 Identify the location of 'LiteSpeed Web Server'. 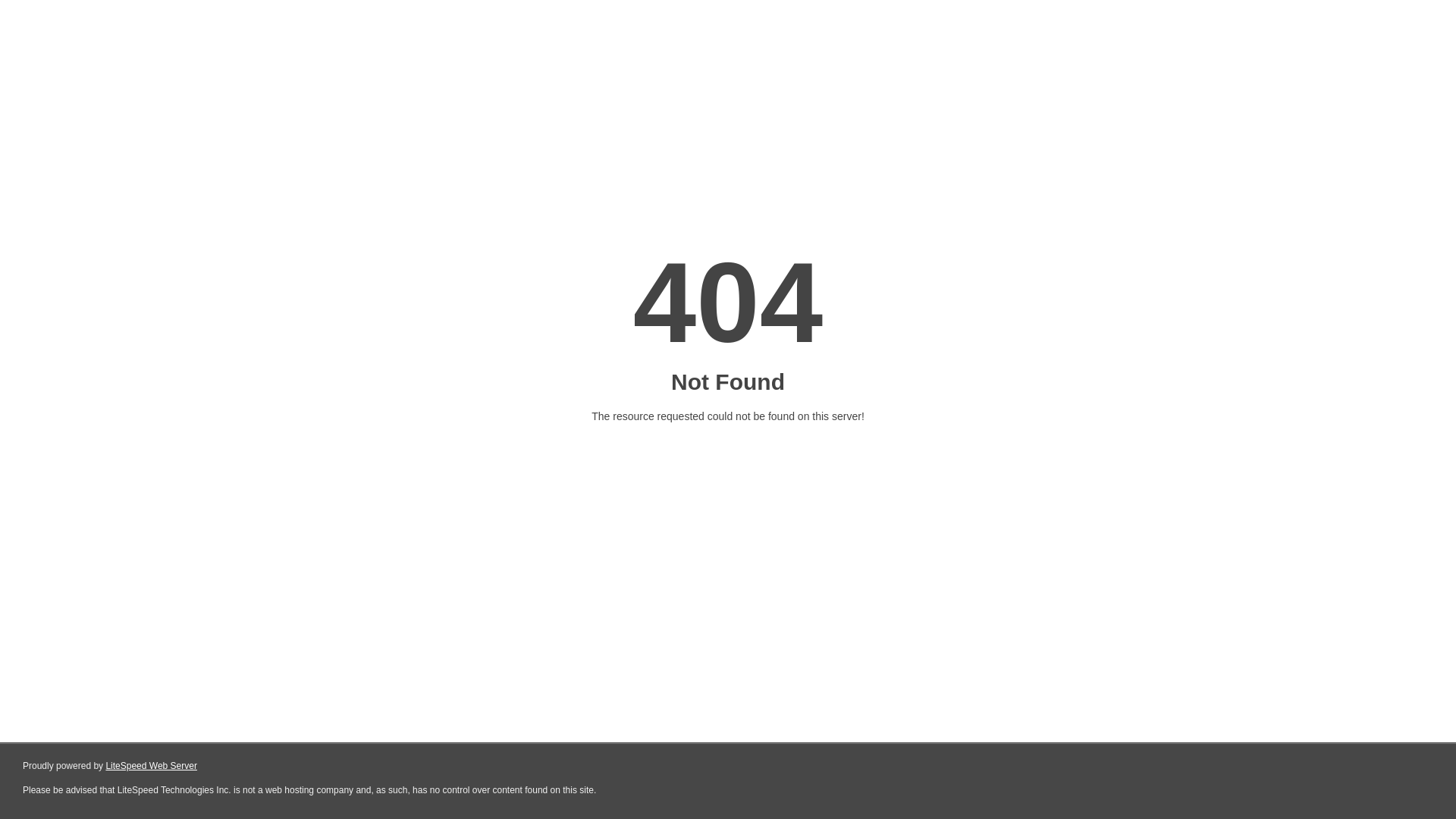
(151, 766).